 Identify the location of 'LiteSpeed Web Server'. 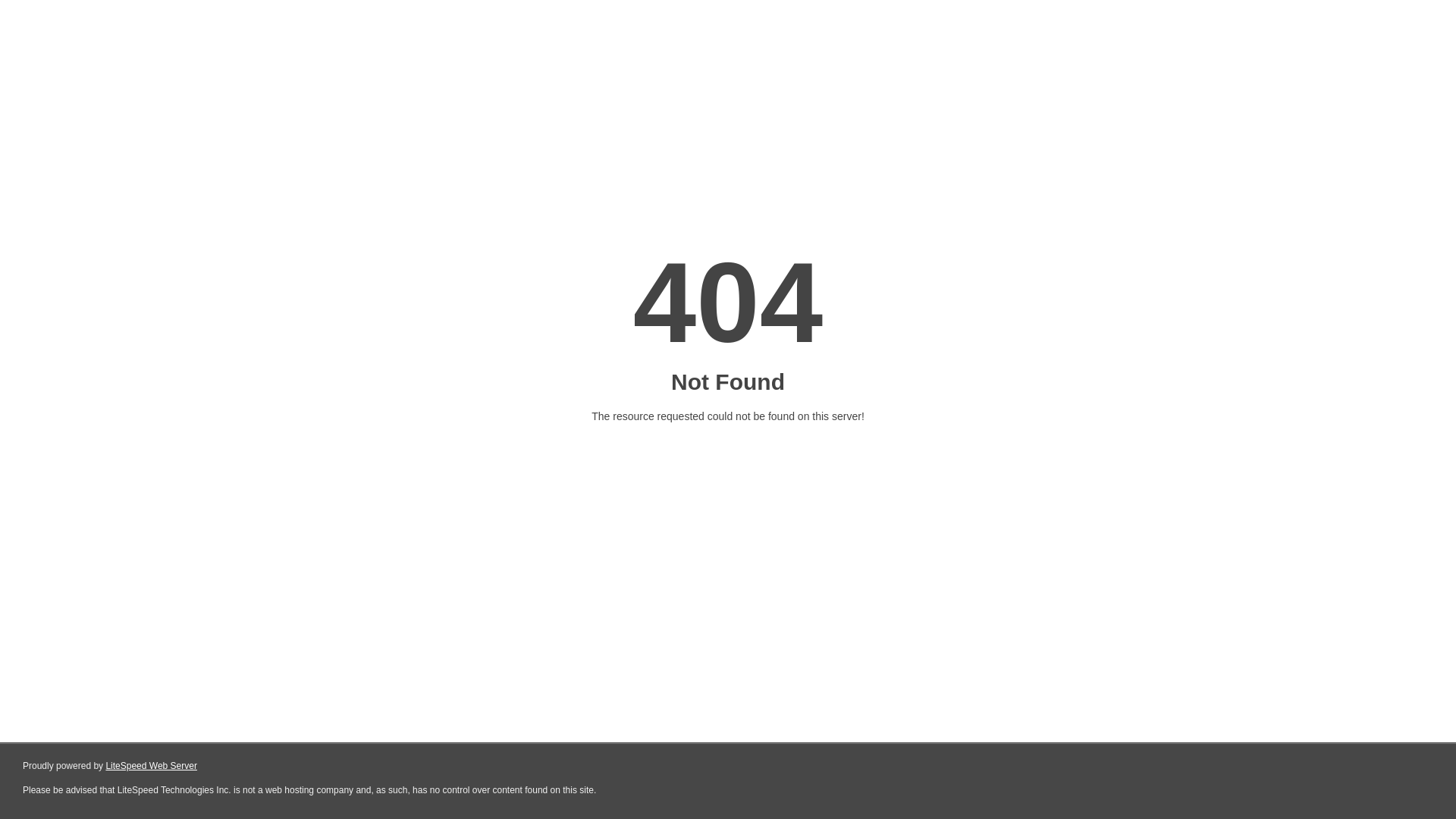
(151, 766).